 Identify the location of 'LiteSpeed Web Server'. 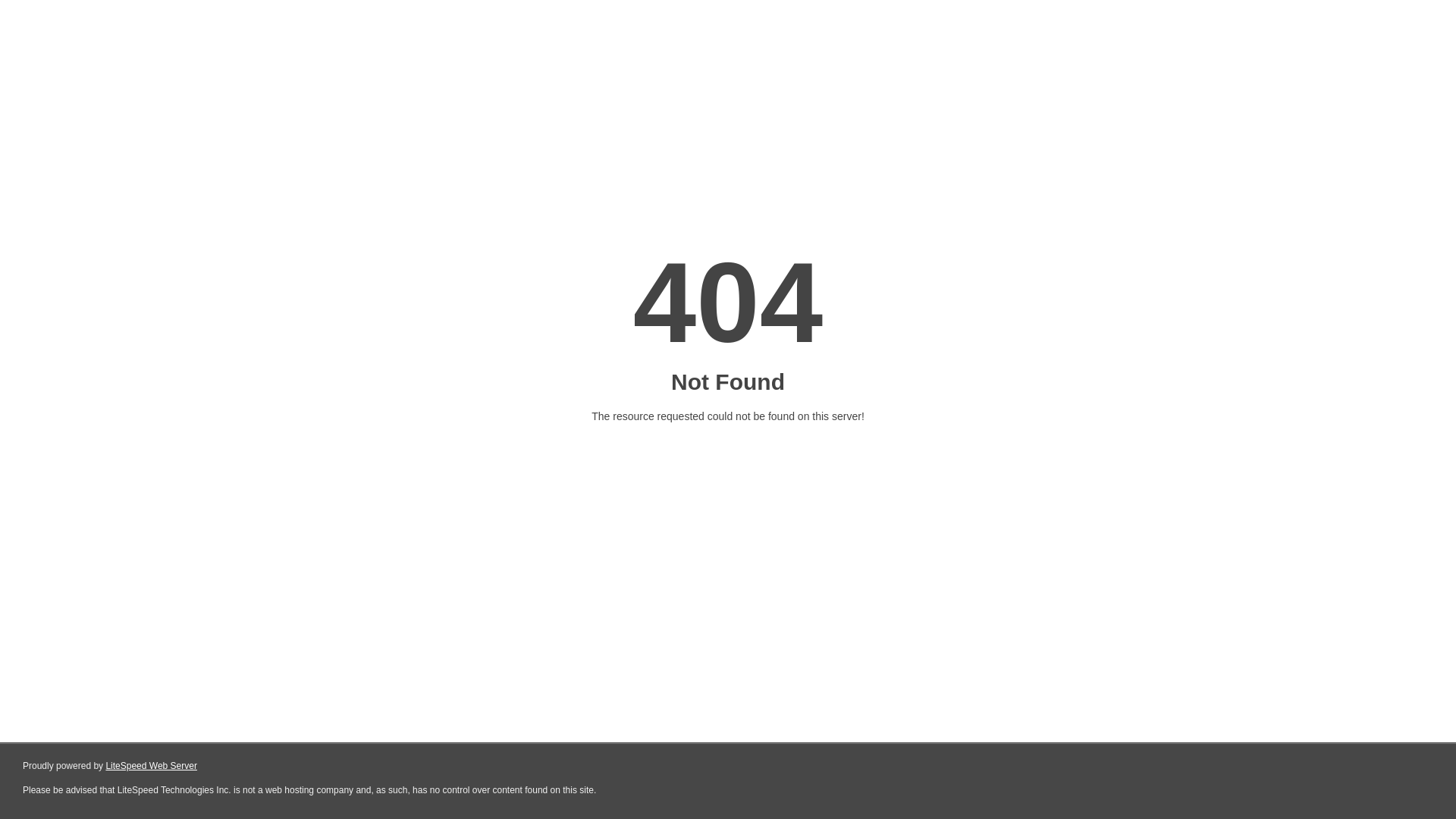
(151, 766).